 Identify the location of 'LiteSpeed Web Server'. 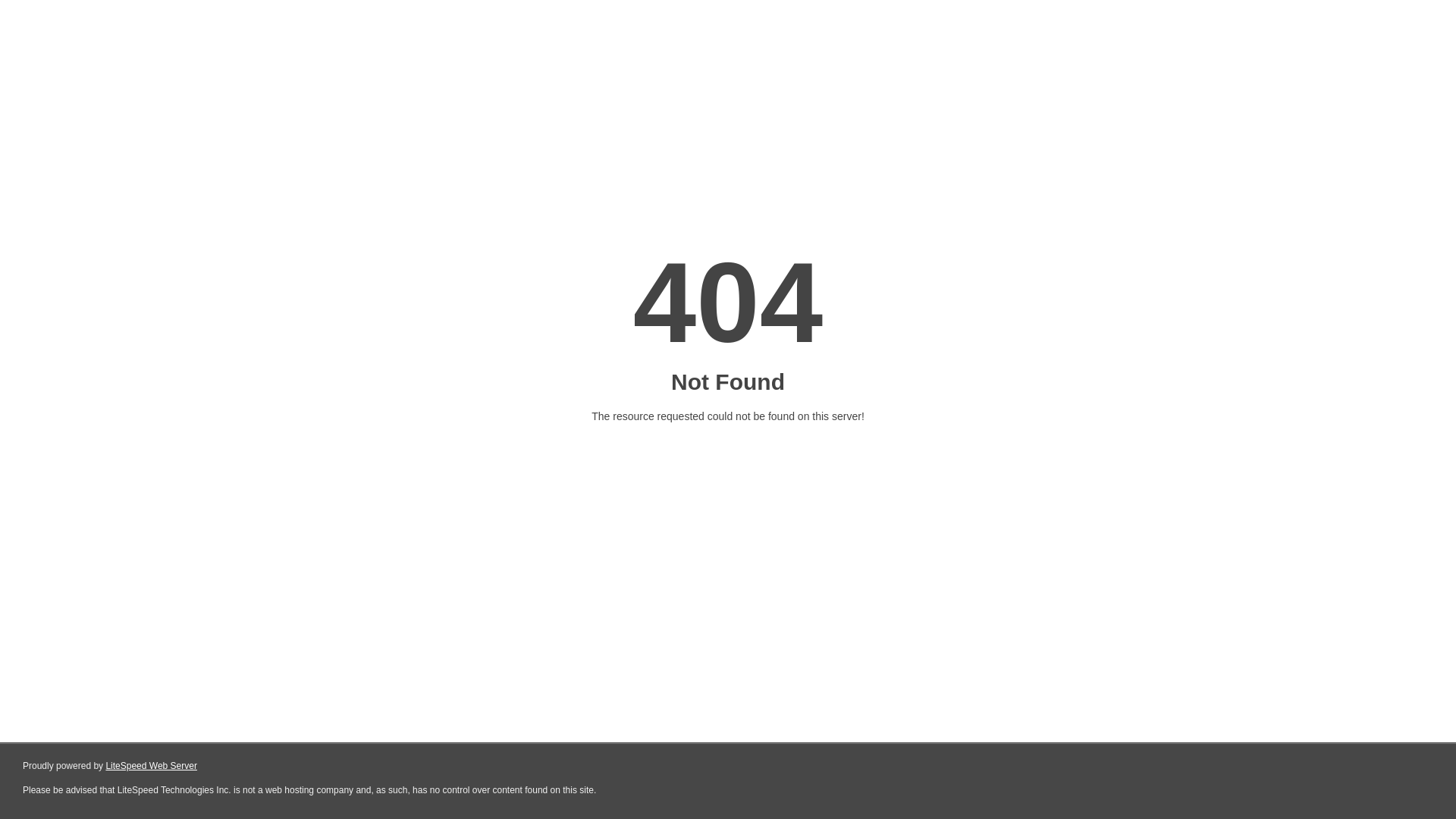
(151, 766).